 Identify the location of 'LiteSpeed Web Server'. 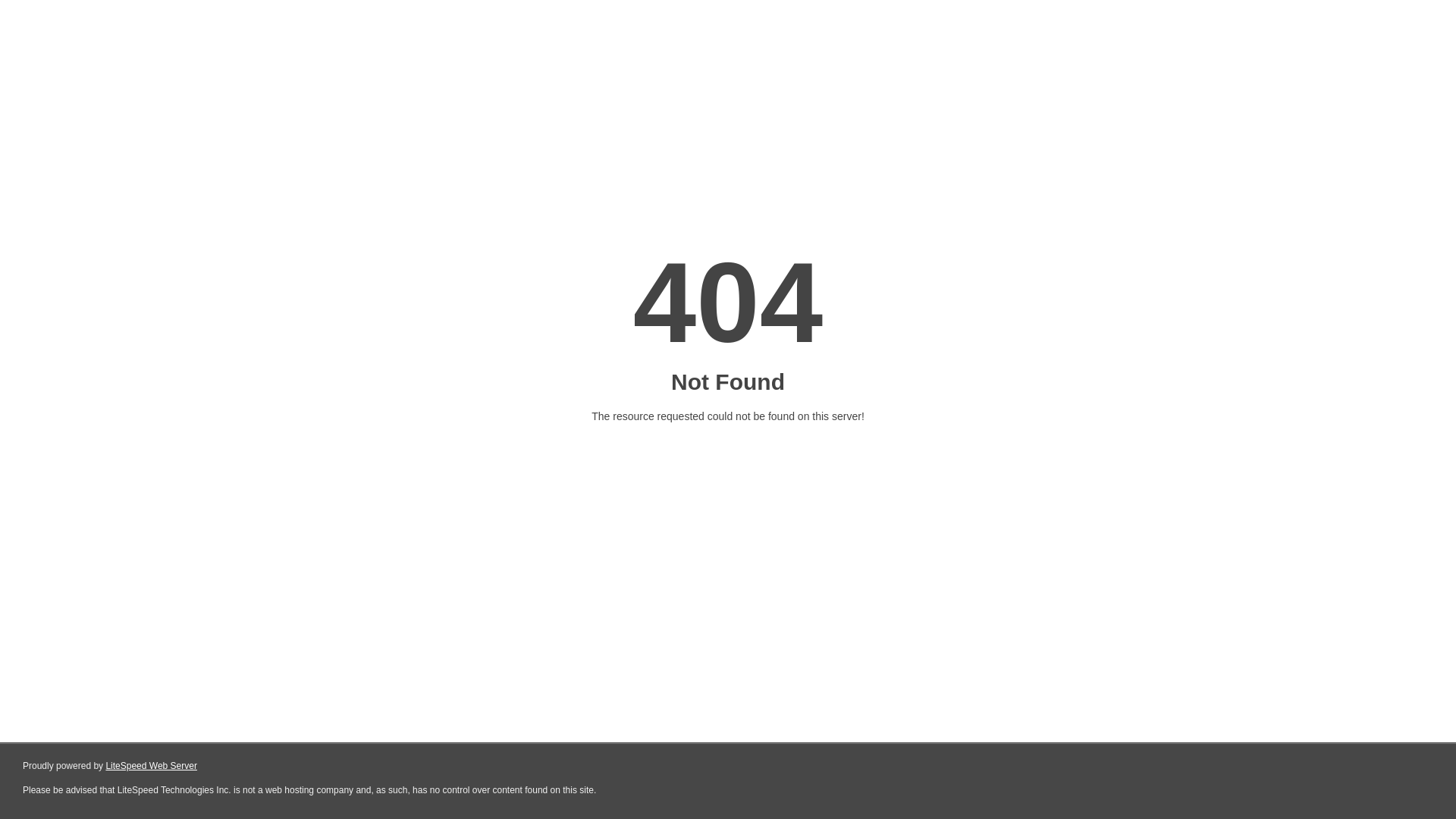
(151, 766).